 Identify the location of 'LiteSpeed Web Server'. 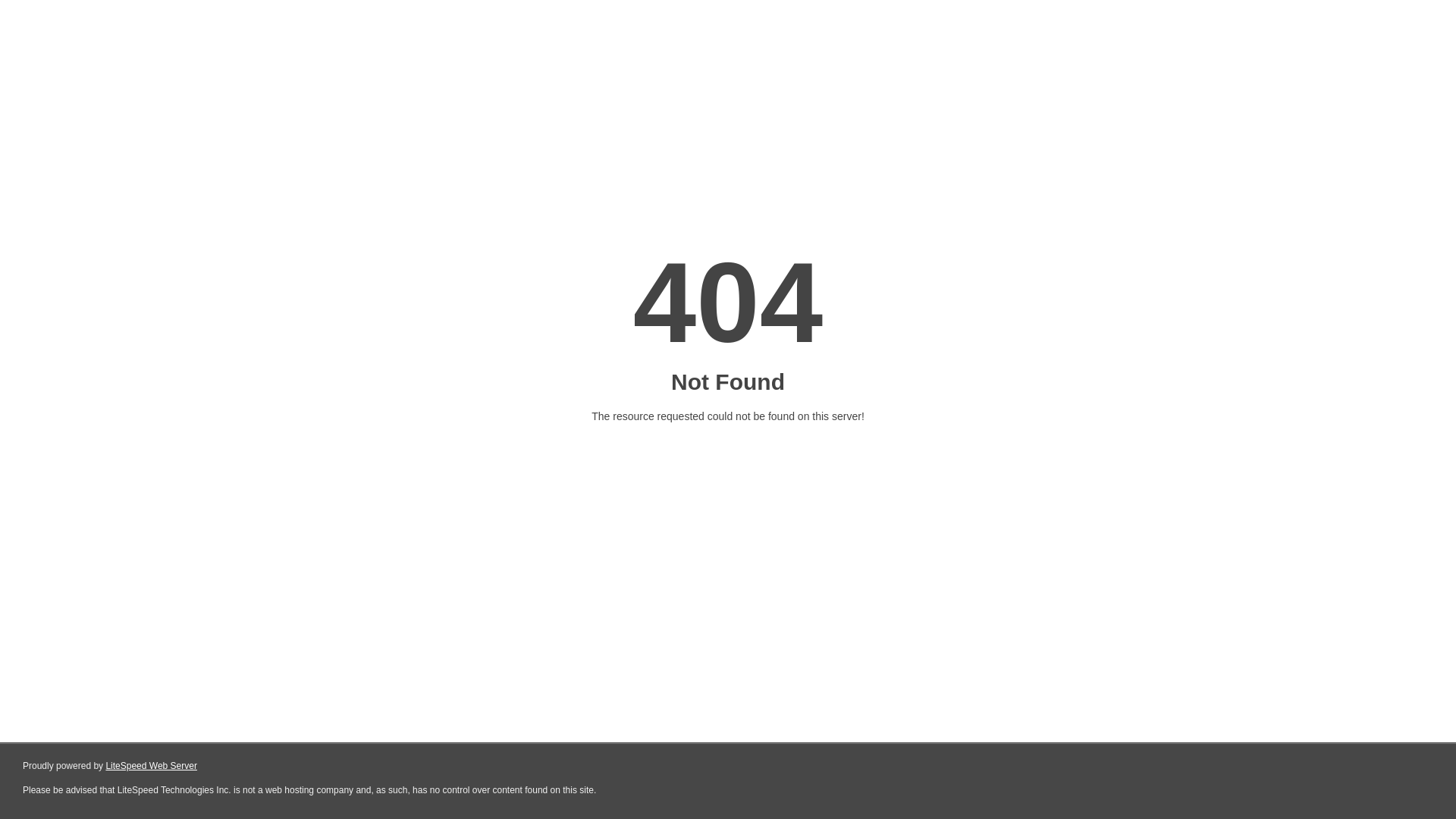
(151, 766).